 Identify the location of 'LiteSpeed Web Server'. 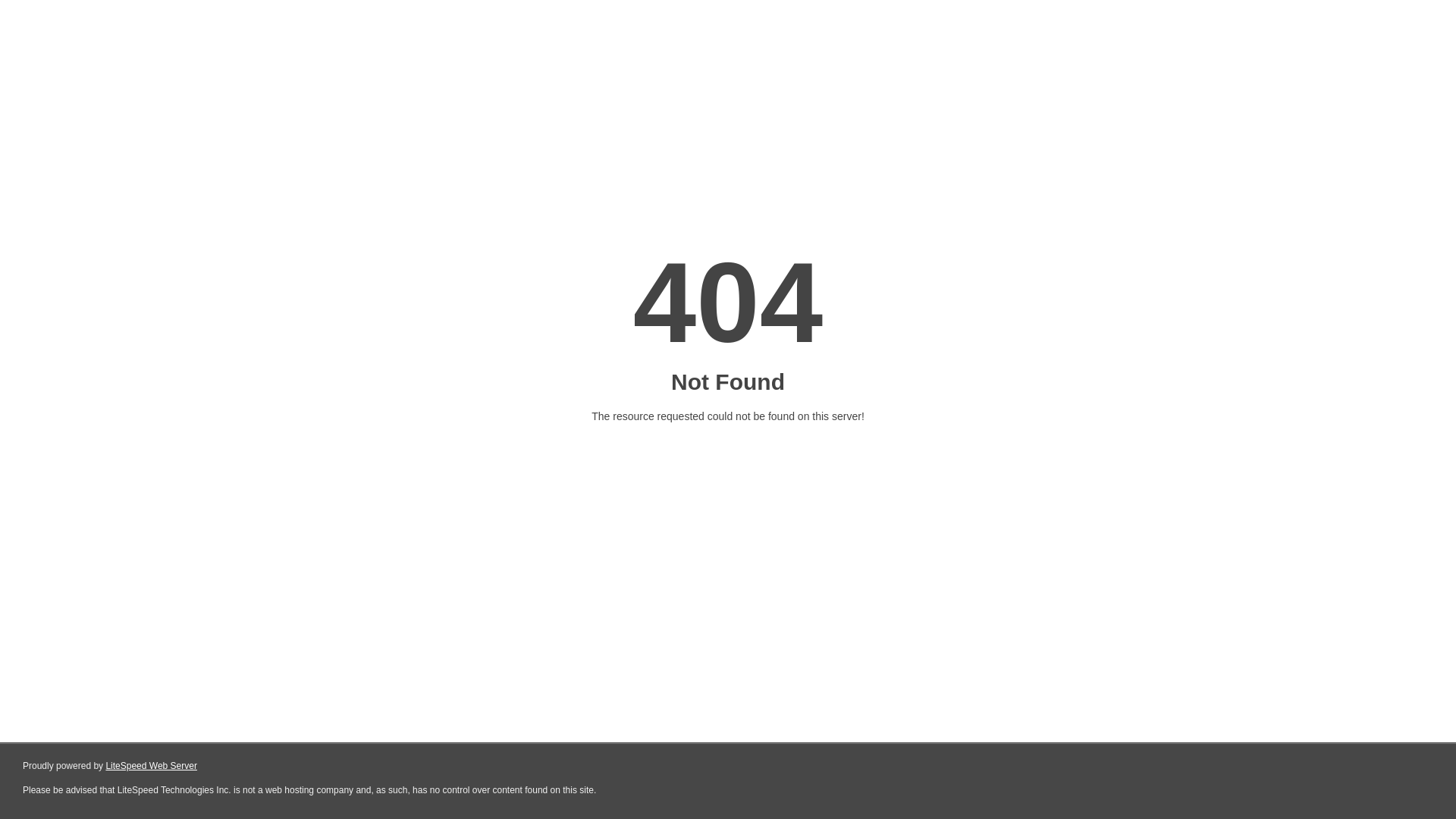
(151, 766).